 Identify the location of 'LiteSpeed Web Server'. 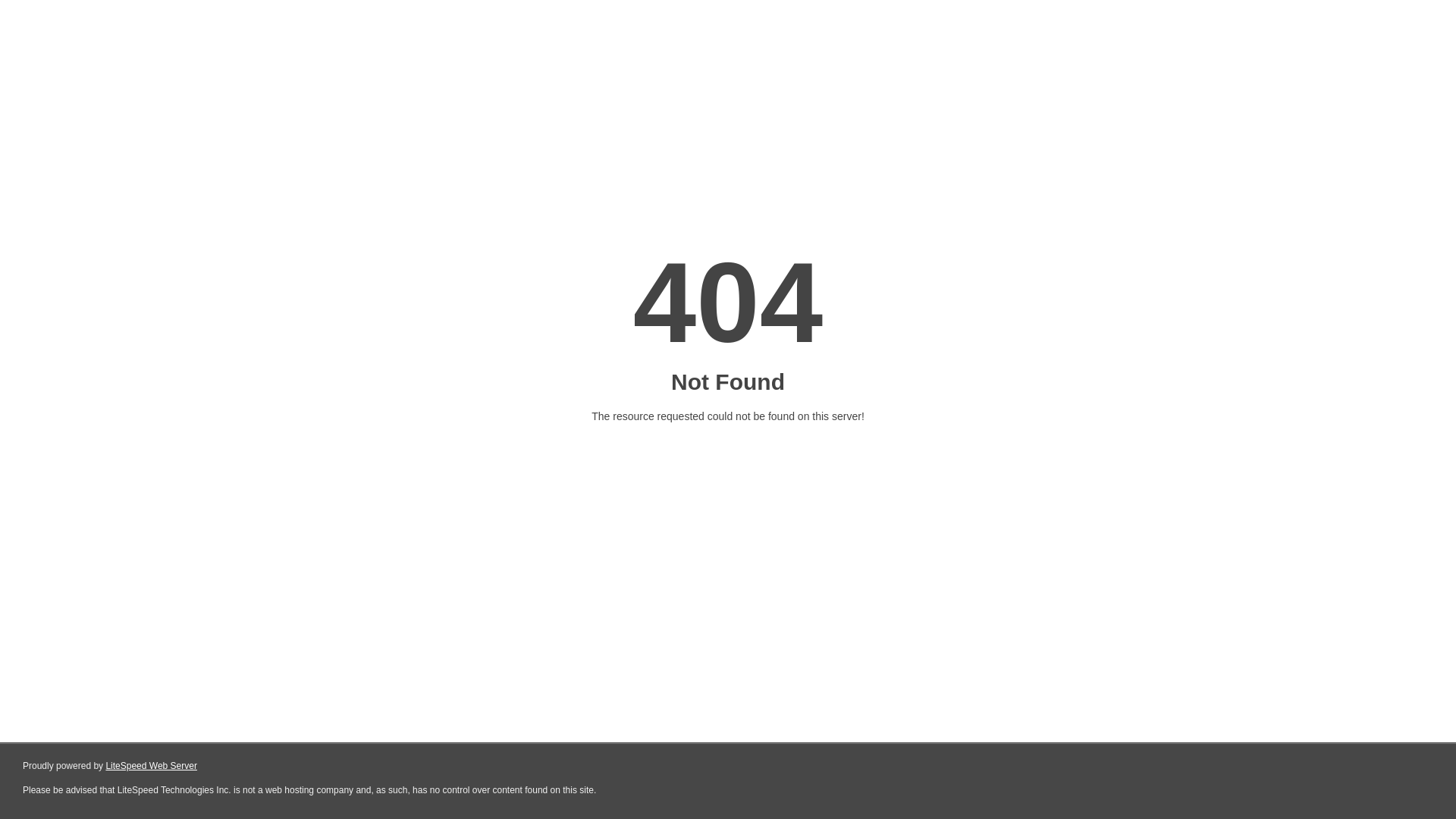
(151, 766).